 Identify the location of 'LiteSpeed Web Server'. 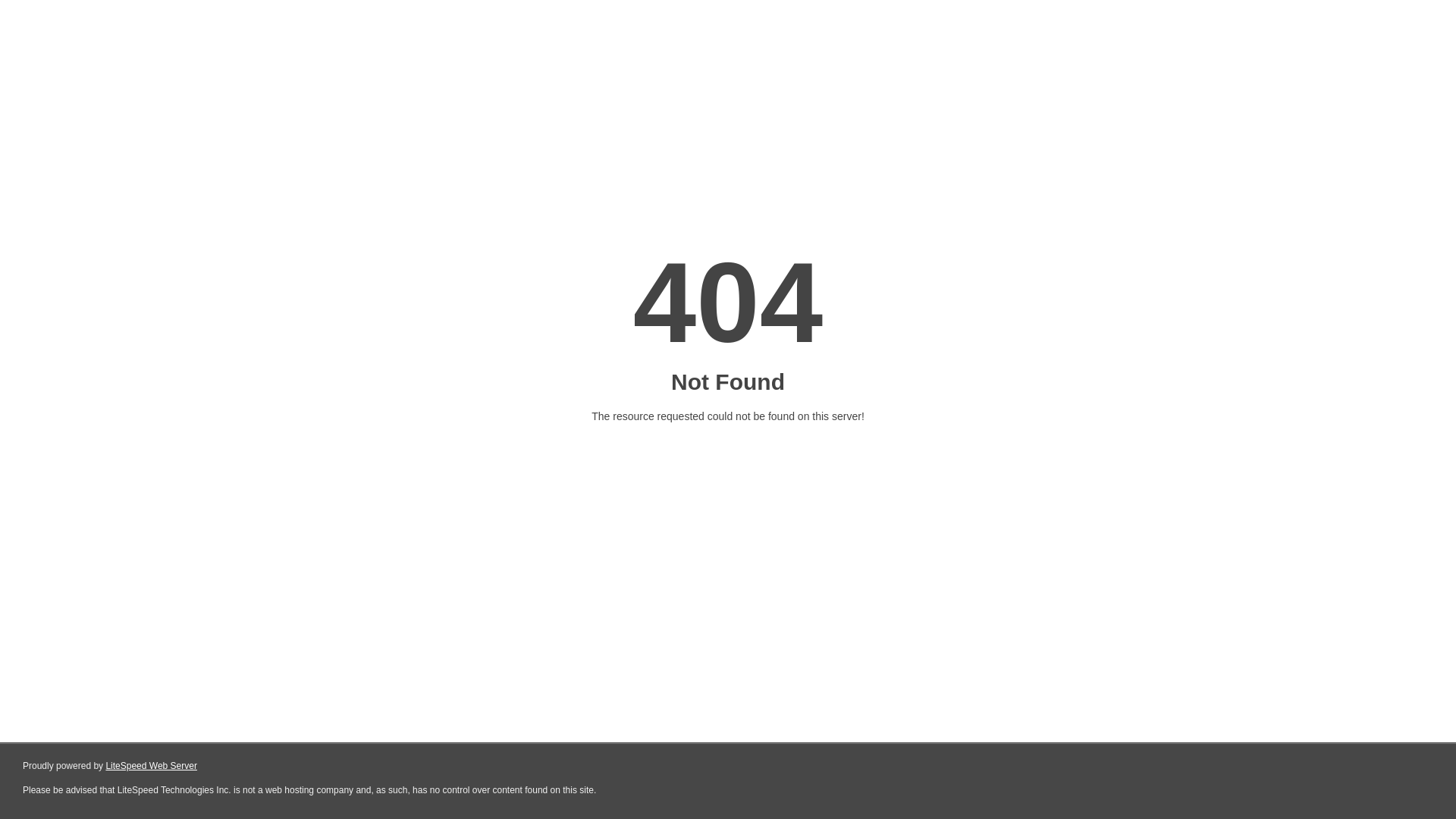
(151, 766).